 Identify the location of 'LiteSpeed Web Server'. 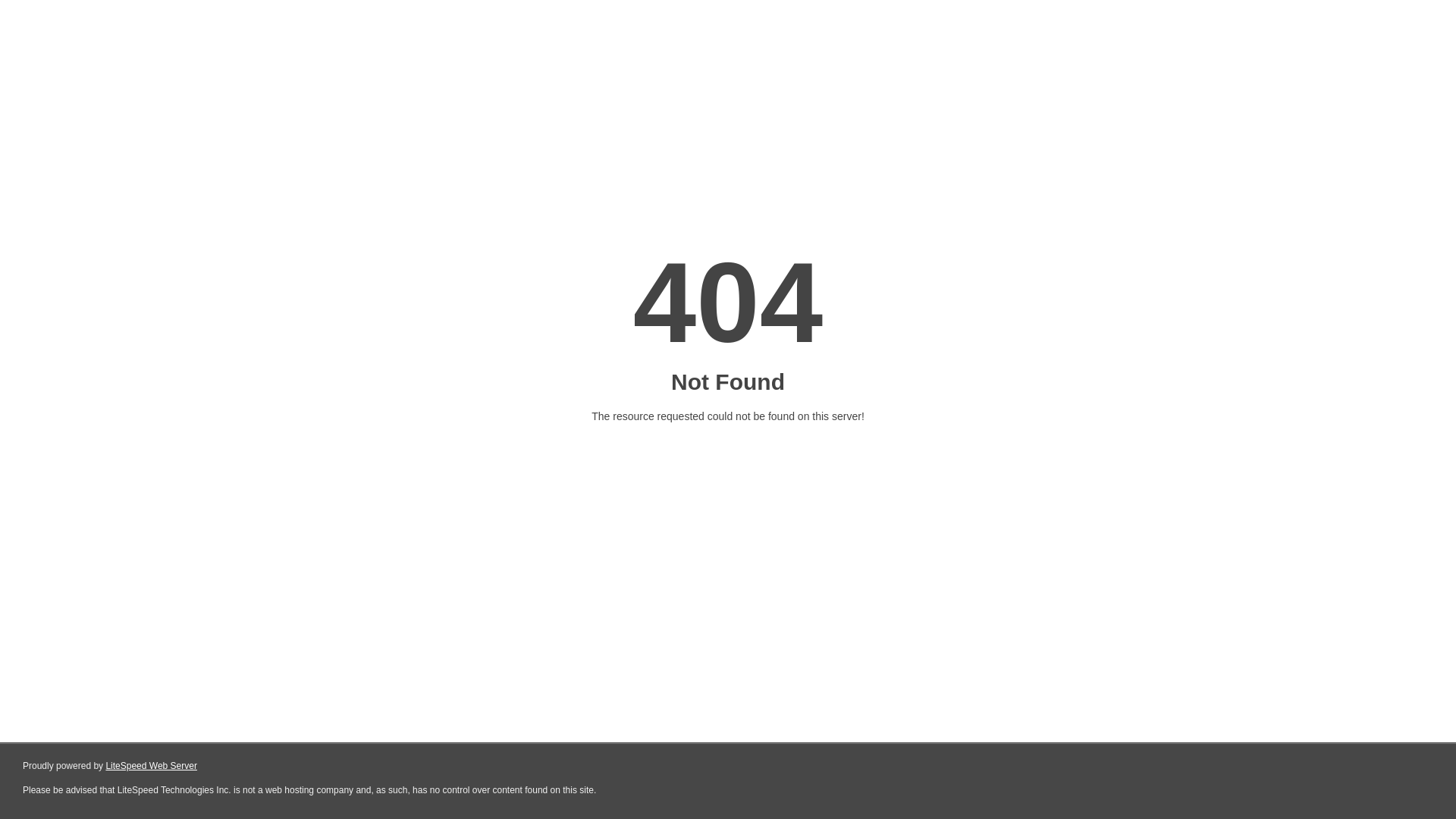
(151, 766).